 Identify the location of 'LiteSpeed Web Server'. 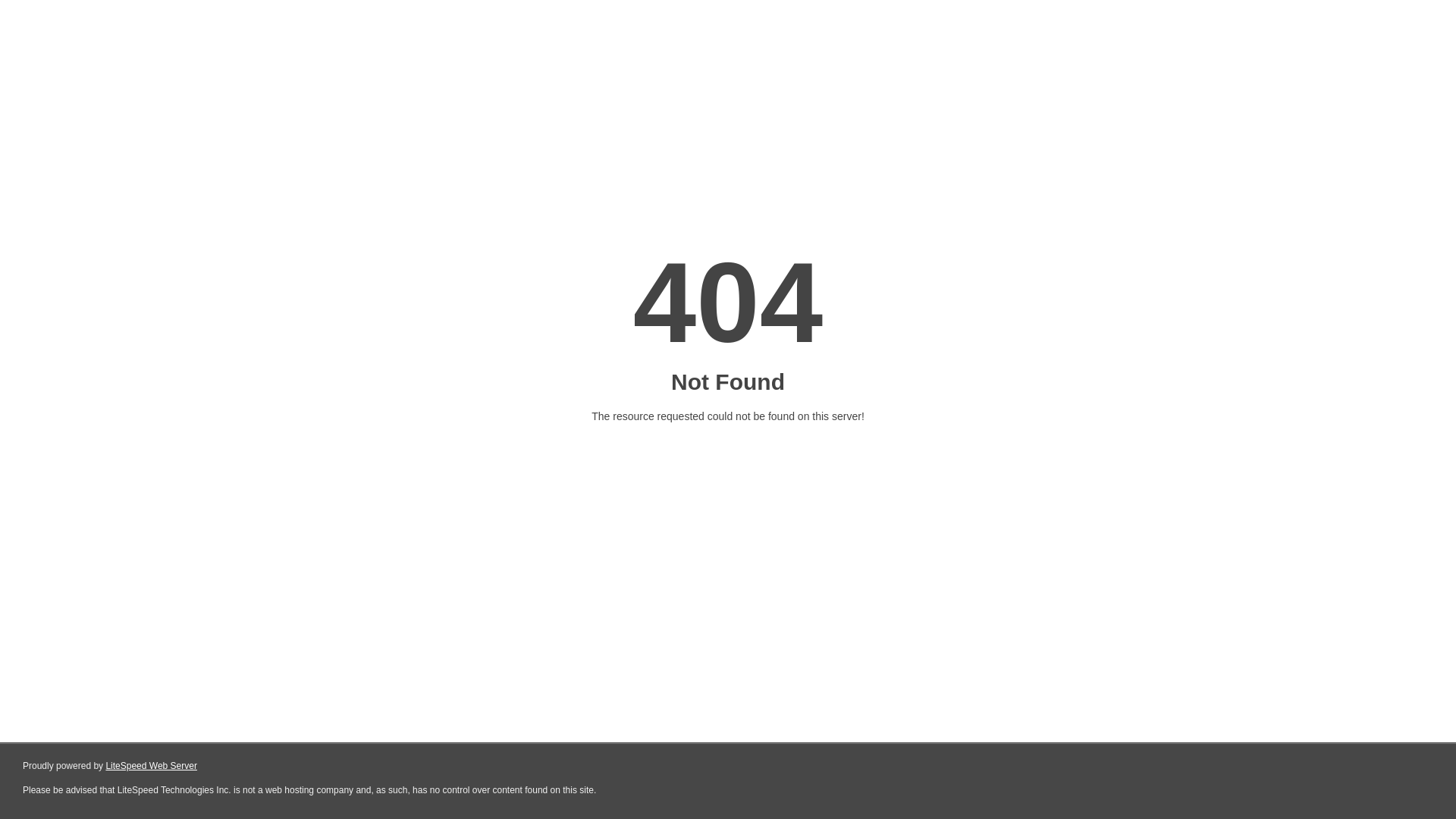
(151, 766).